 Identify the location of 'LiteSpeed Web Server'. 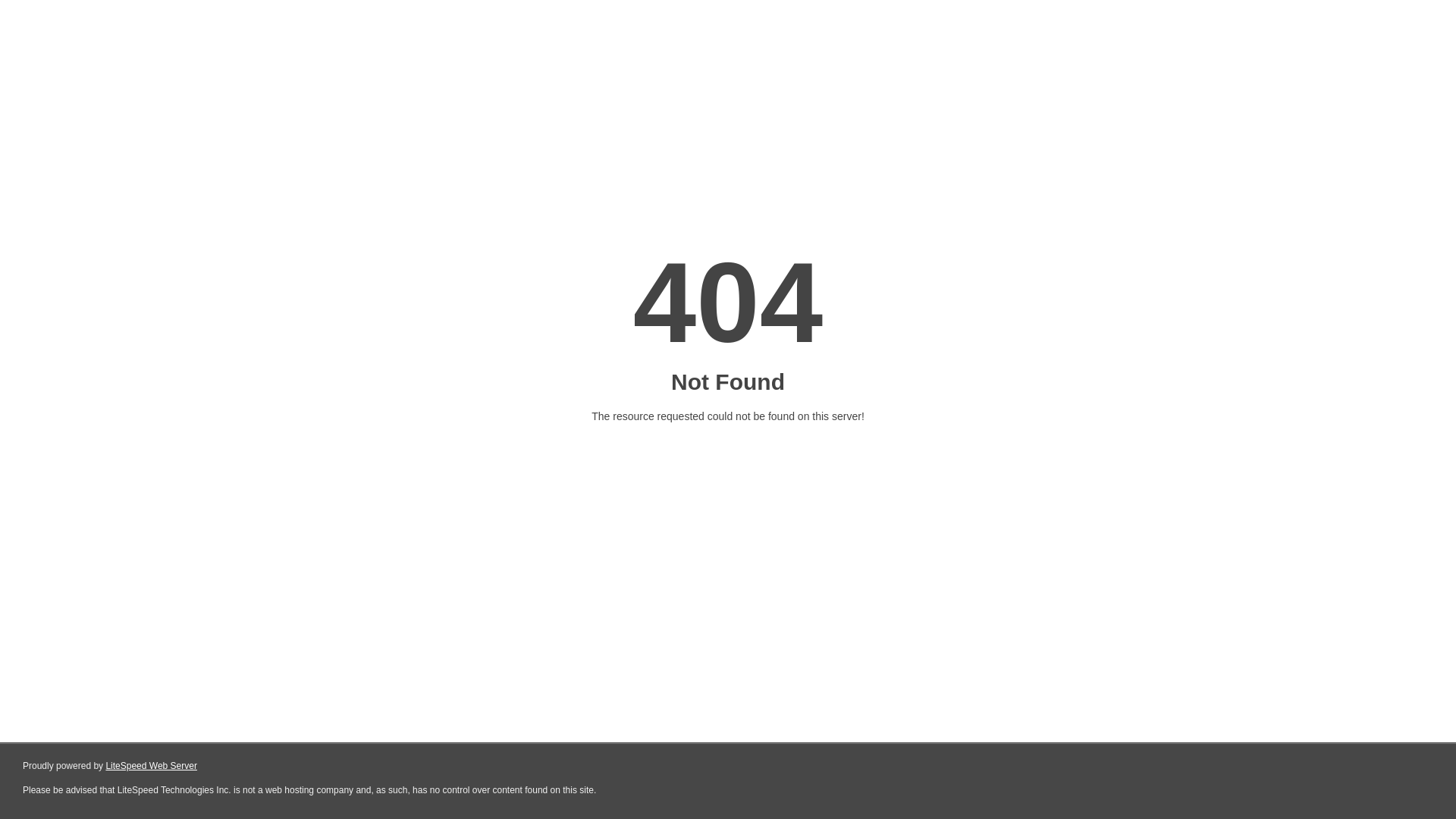
(151, 766).